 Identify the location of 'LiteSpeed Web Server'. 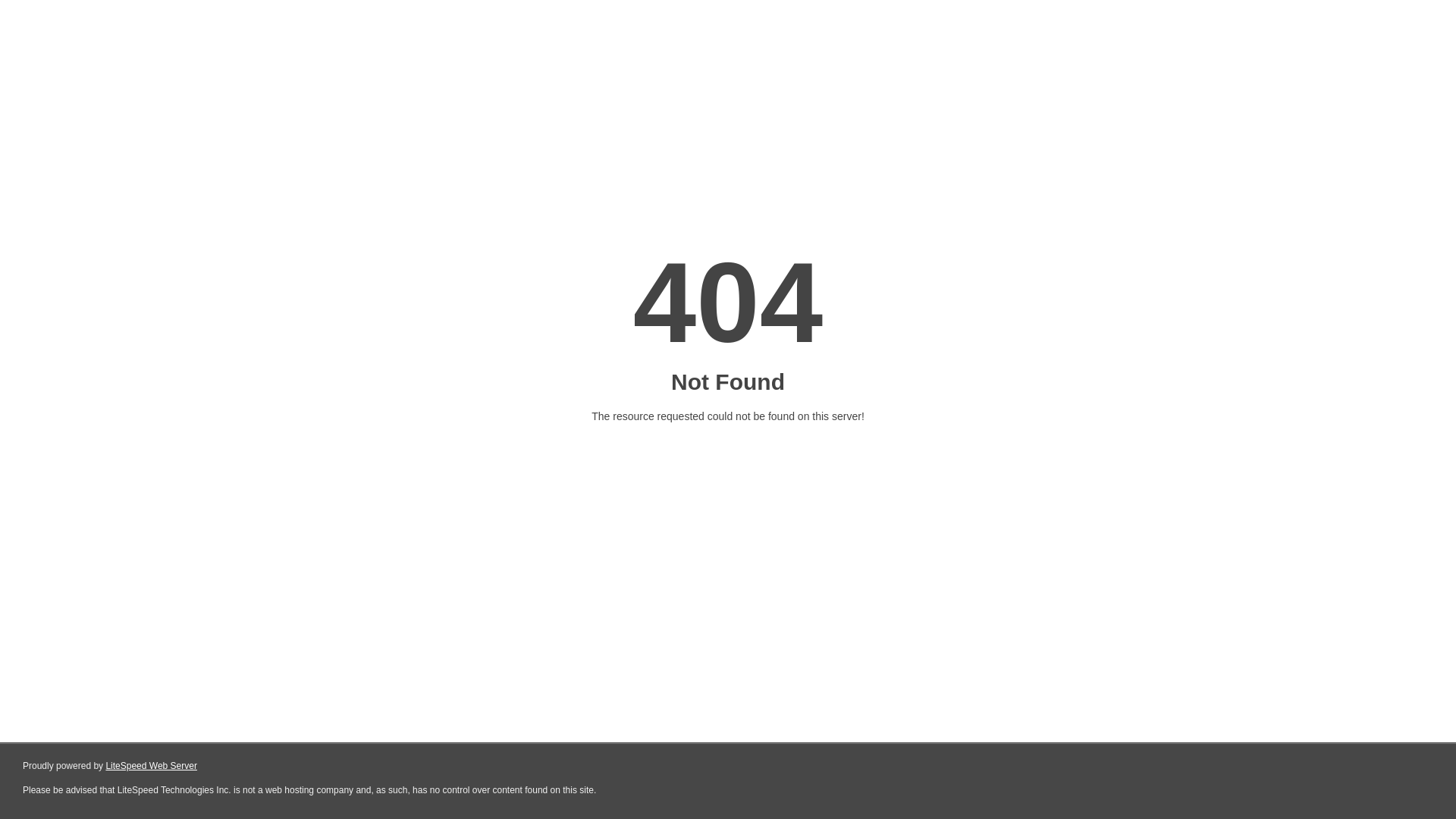
(151, 766).